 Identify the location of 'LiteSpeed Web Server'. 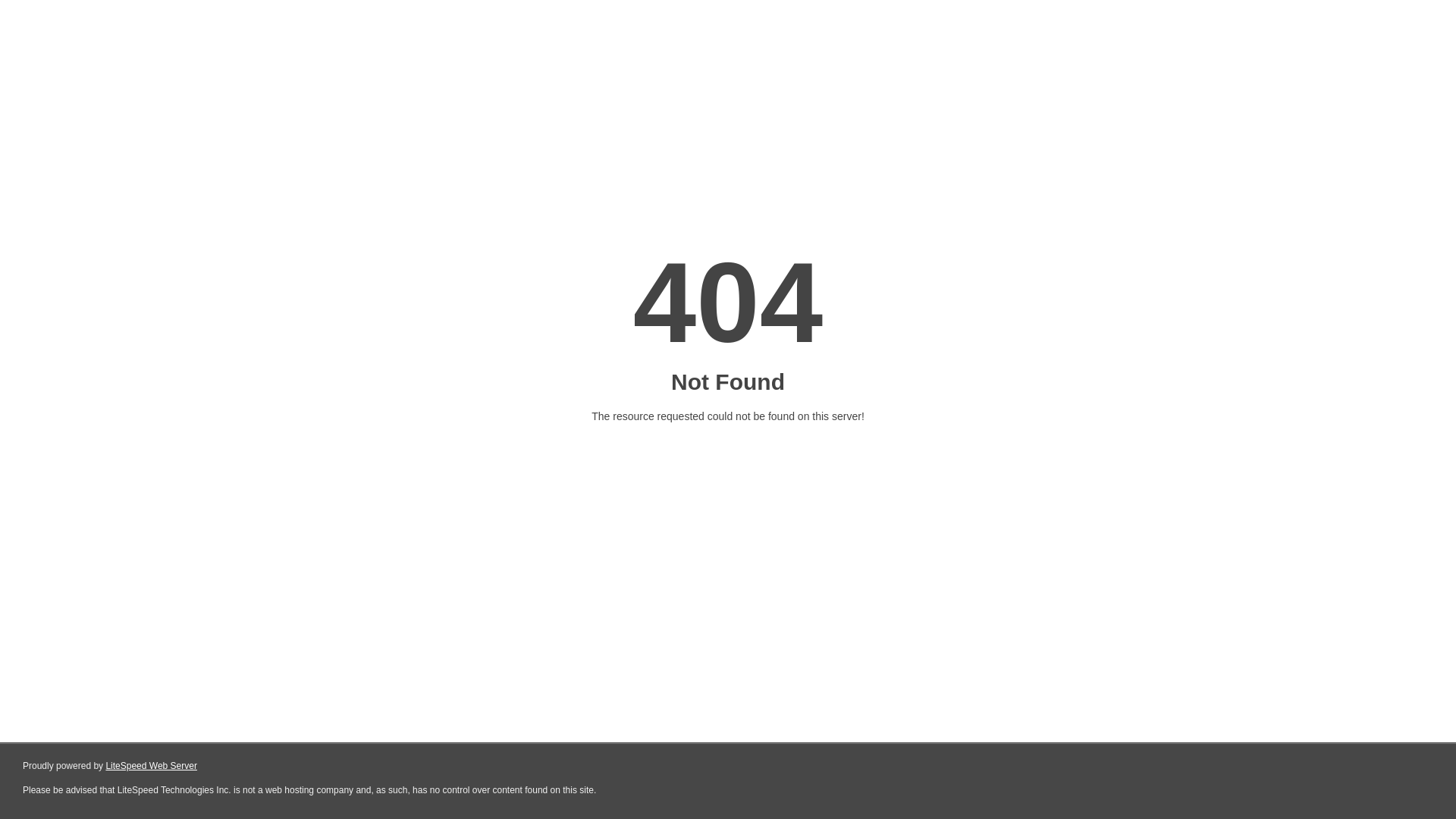
(151, 766).